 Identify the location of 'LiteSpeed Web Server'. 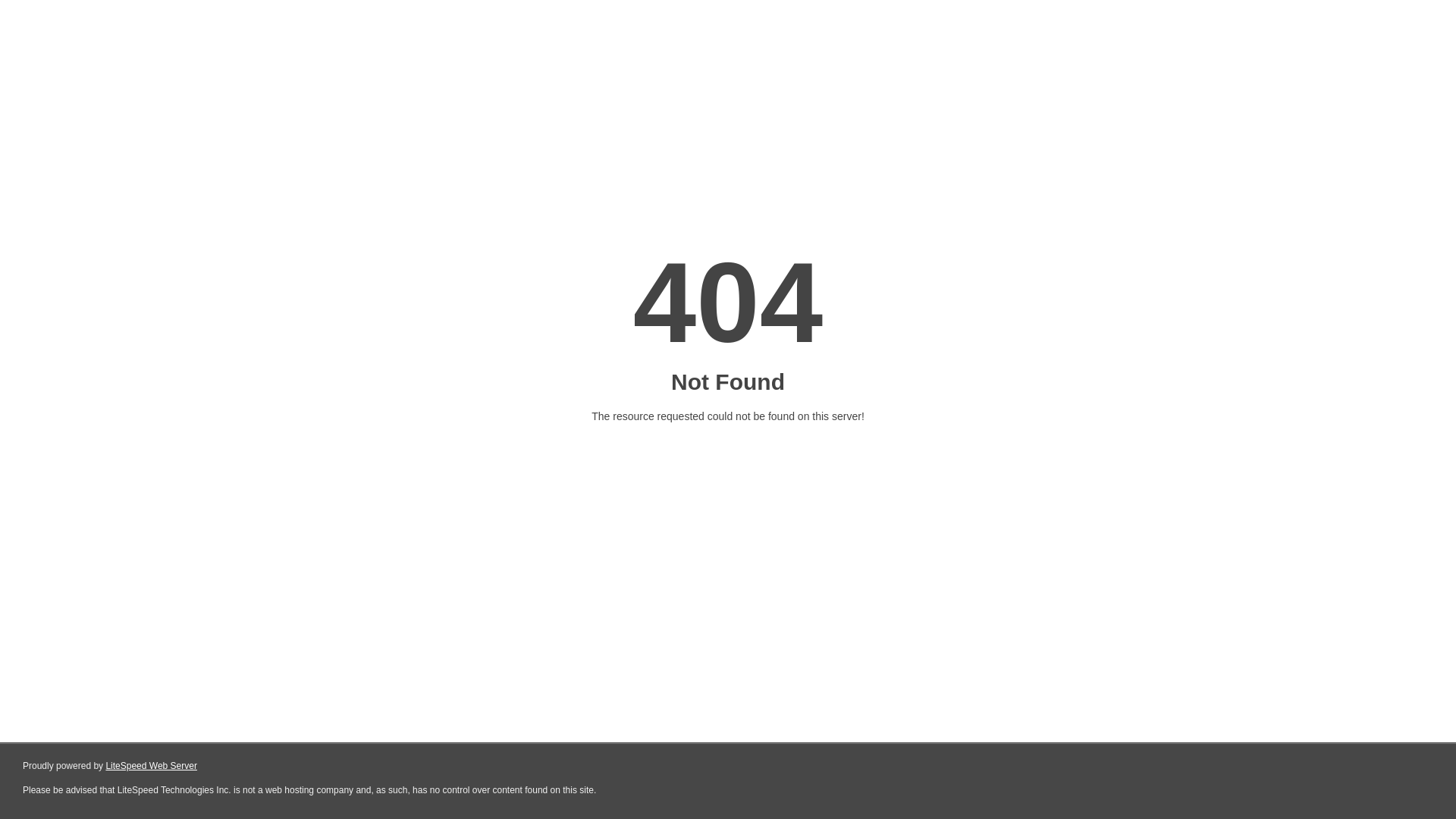
(151, 766).